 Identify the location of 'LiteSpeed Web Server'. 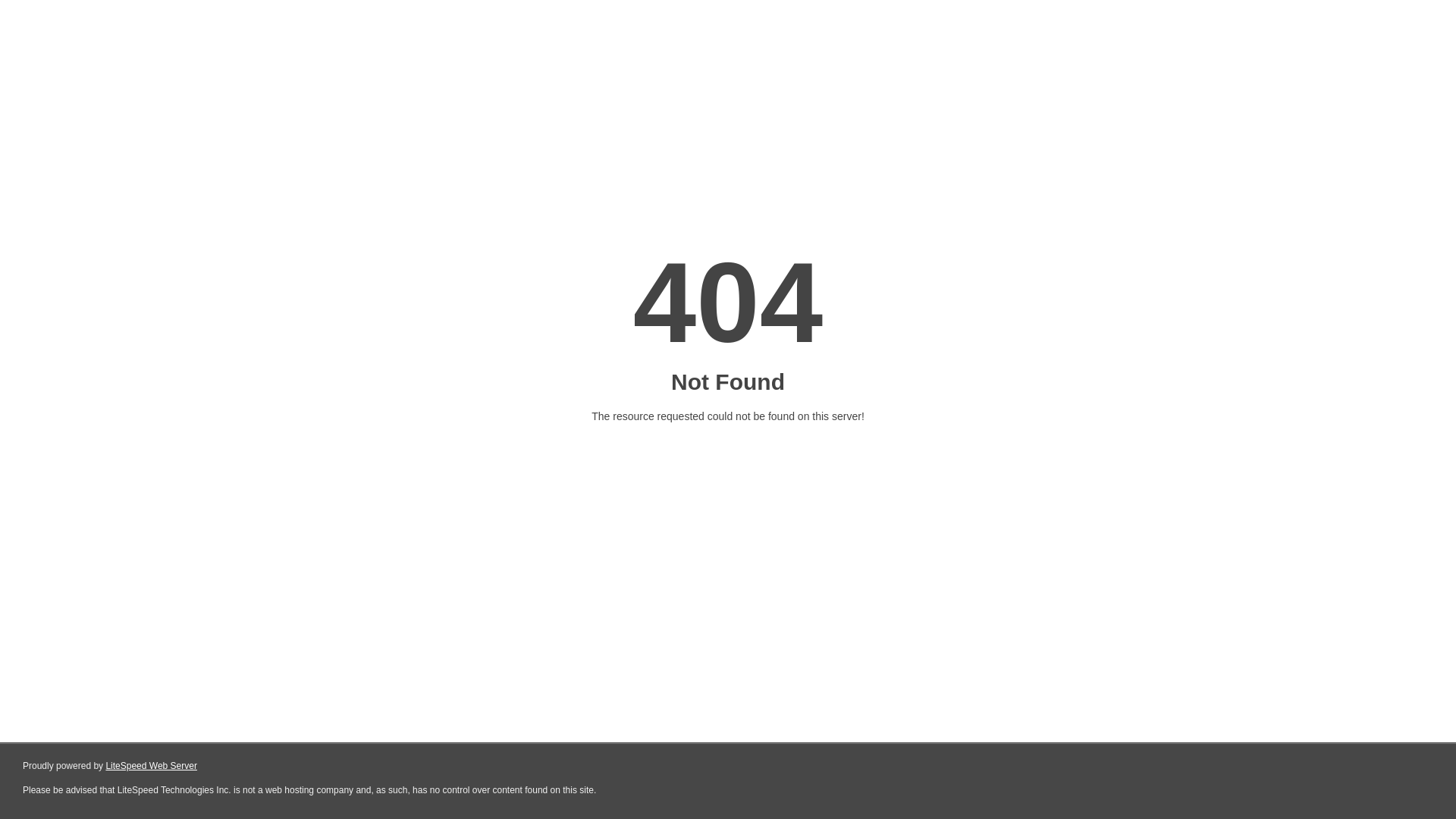
(151, 766).